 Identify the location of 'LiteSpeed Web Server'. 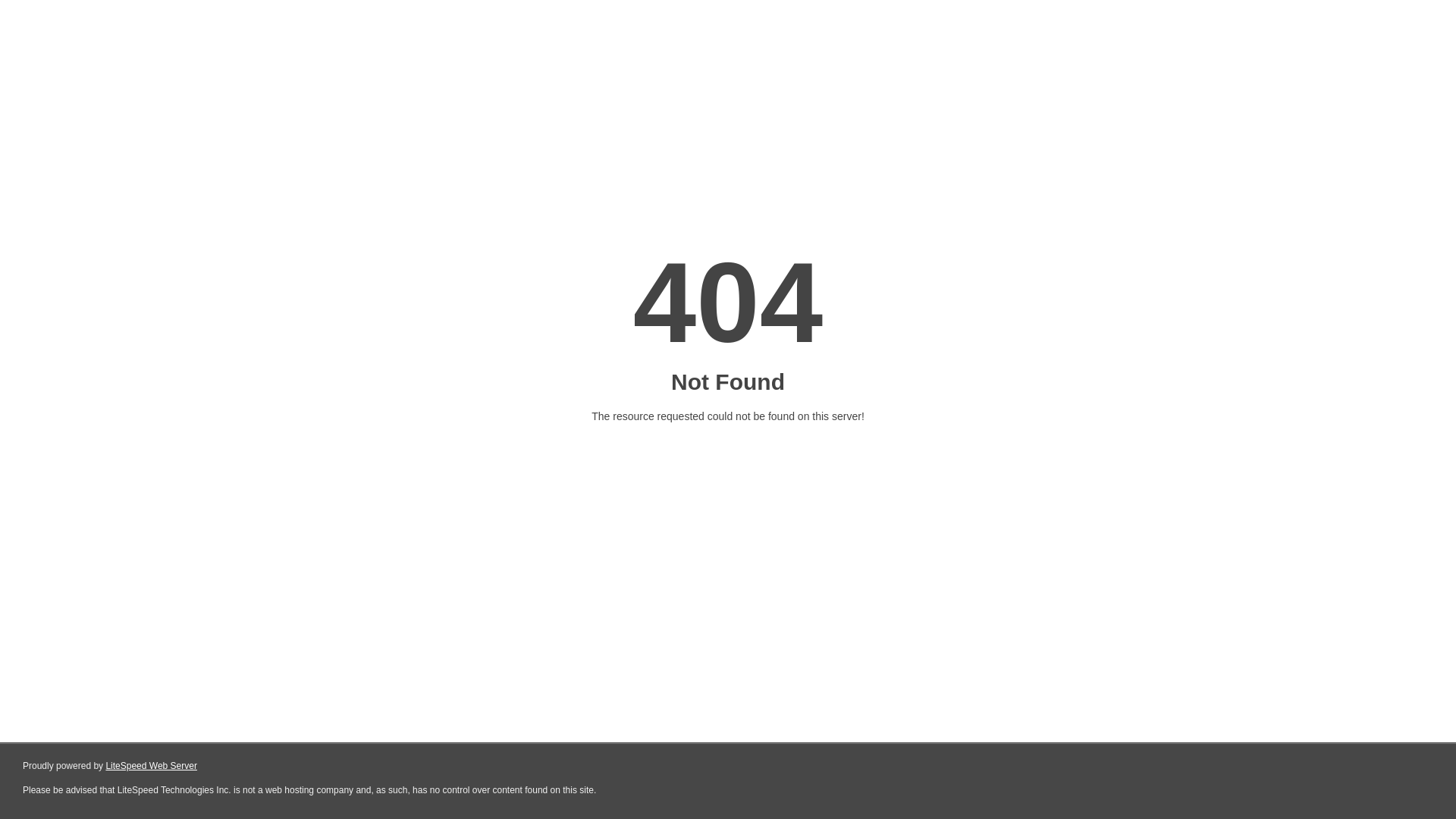
(151, 766).